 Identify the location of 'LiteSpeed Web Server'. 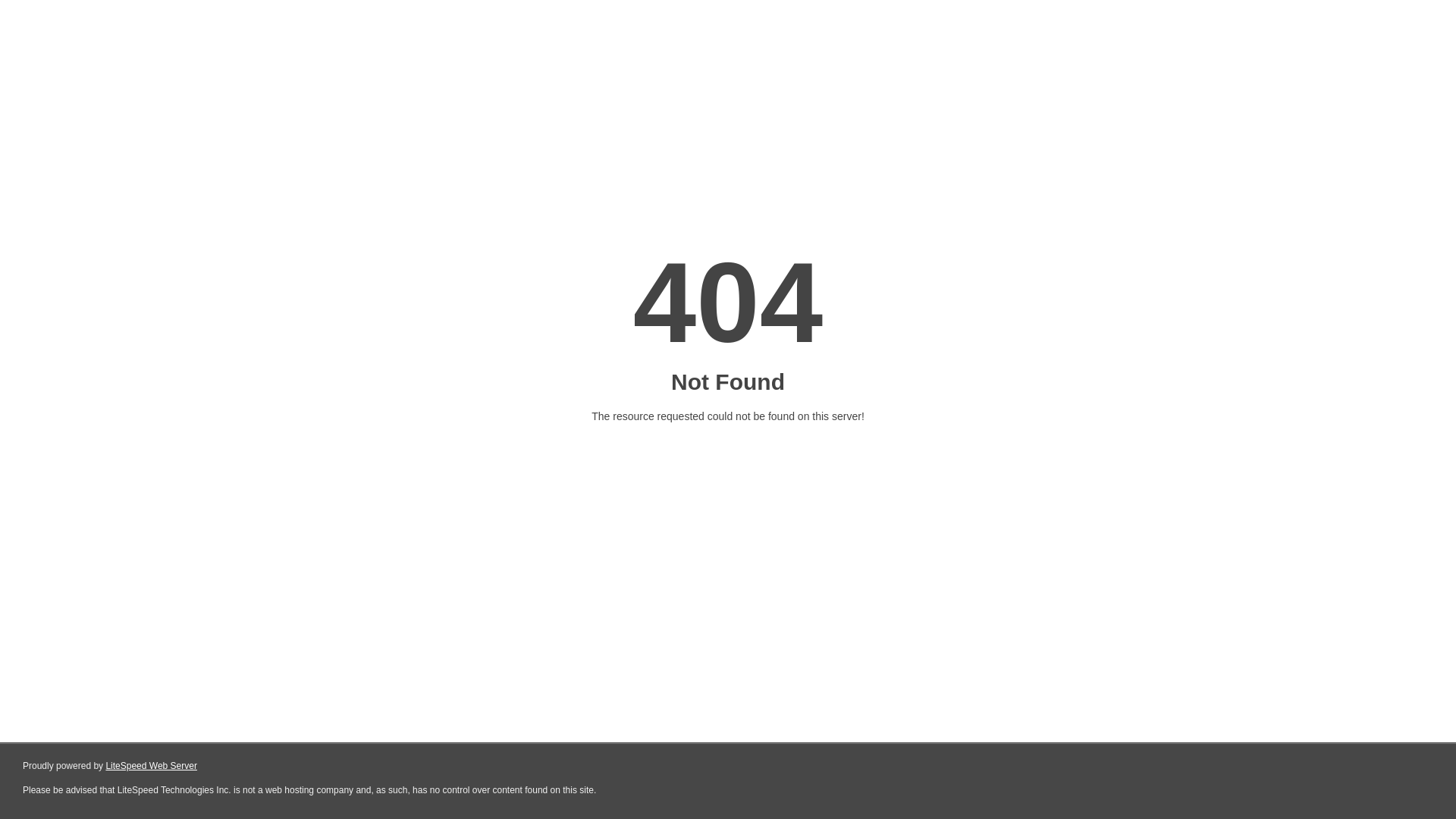
(151, 766).